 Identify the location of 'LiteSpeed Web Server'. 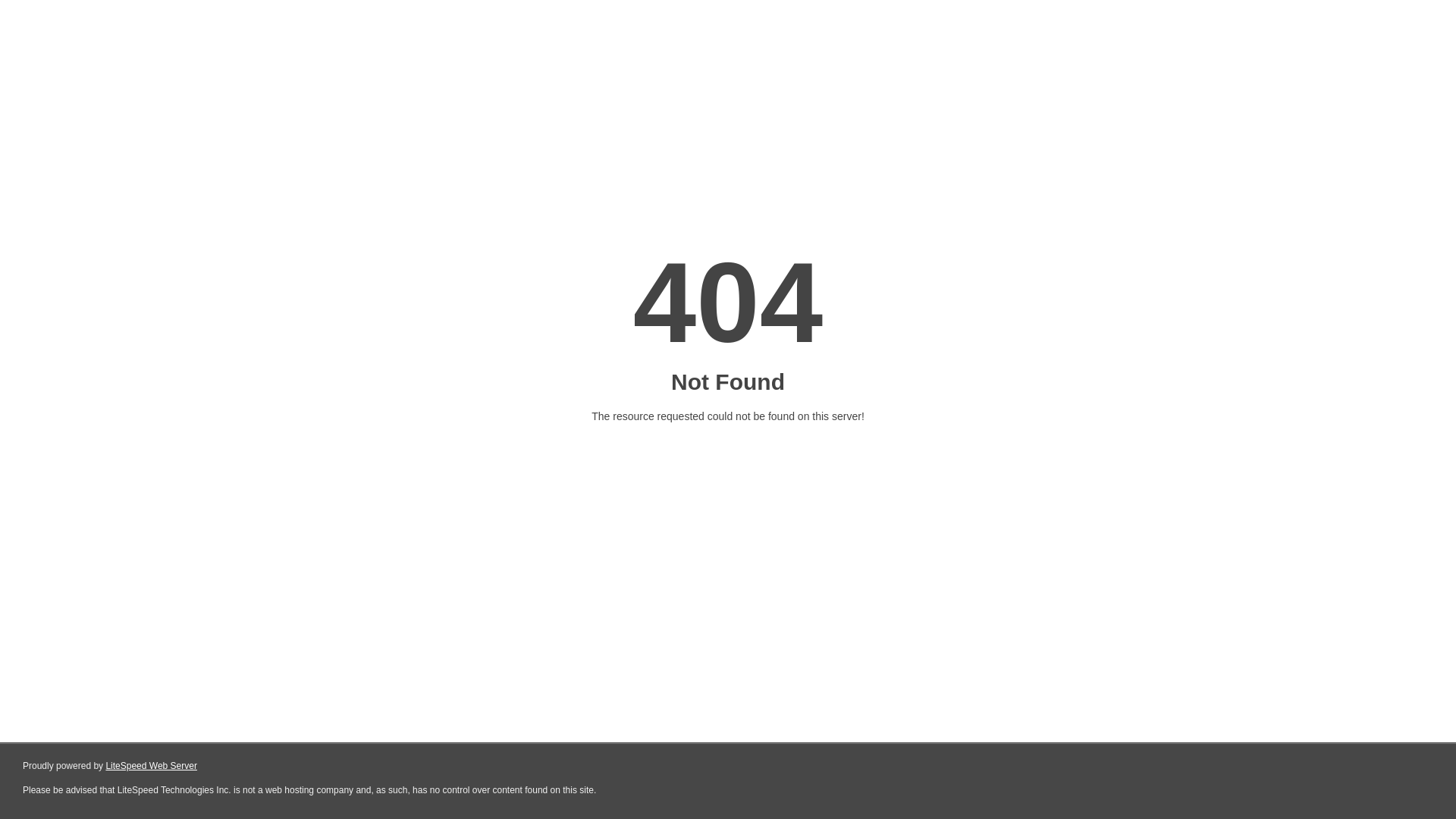
(151, 766).